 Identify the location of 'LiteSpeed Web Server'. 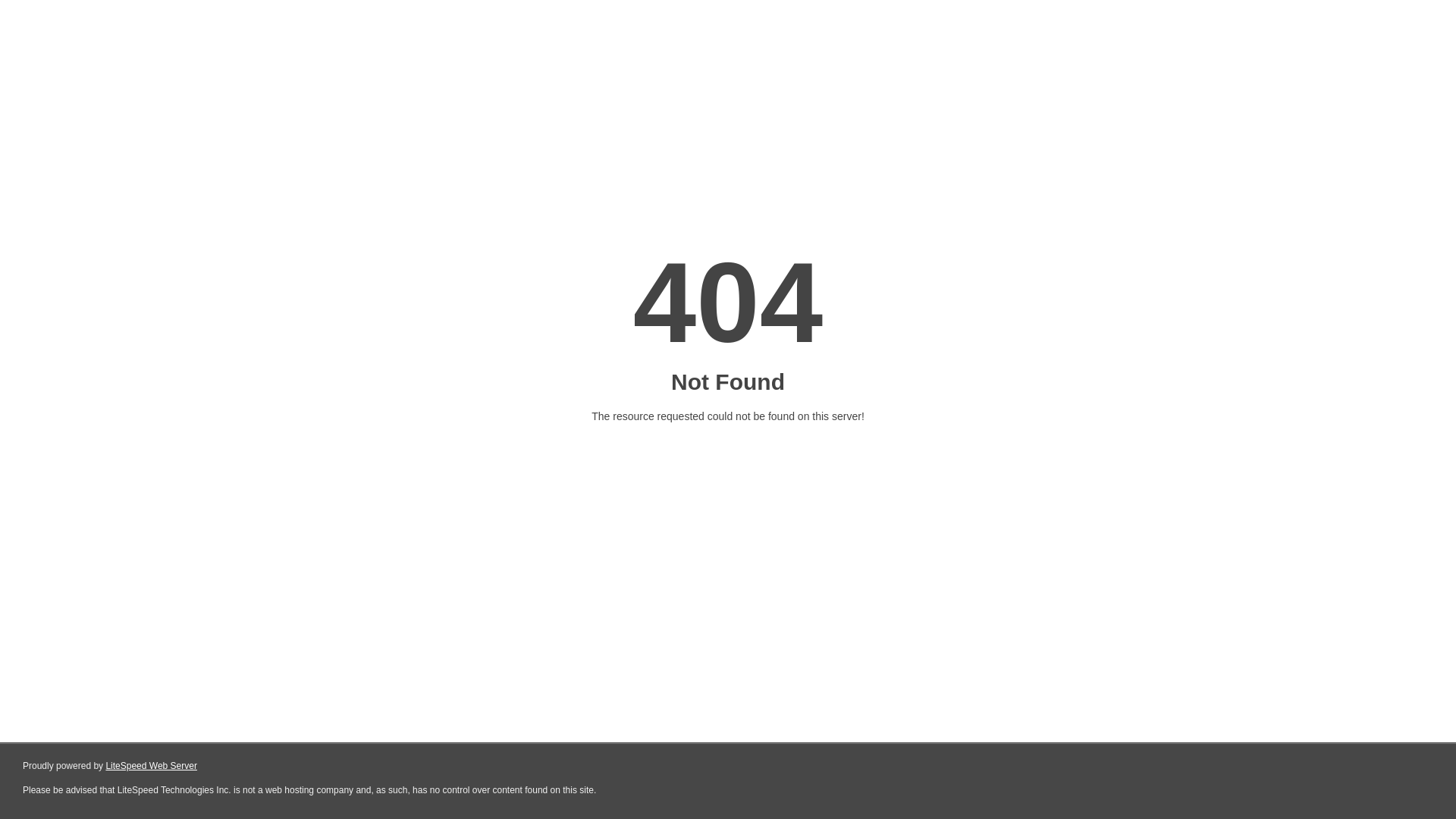
(151, 766).